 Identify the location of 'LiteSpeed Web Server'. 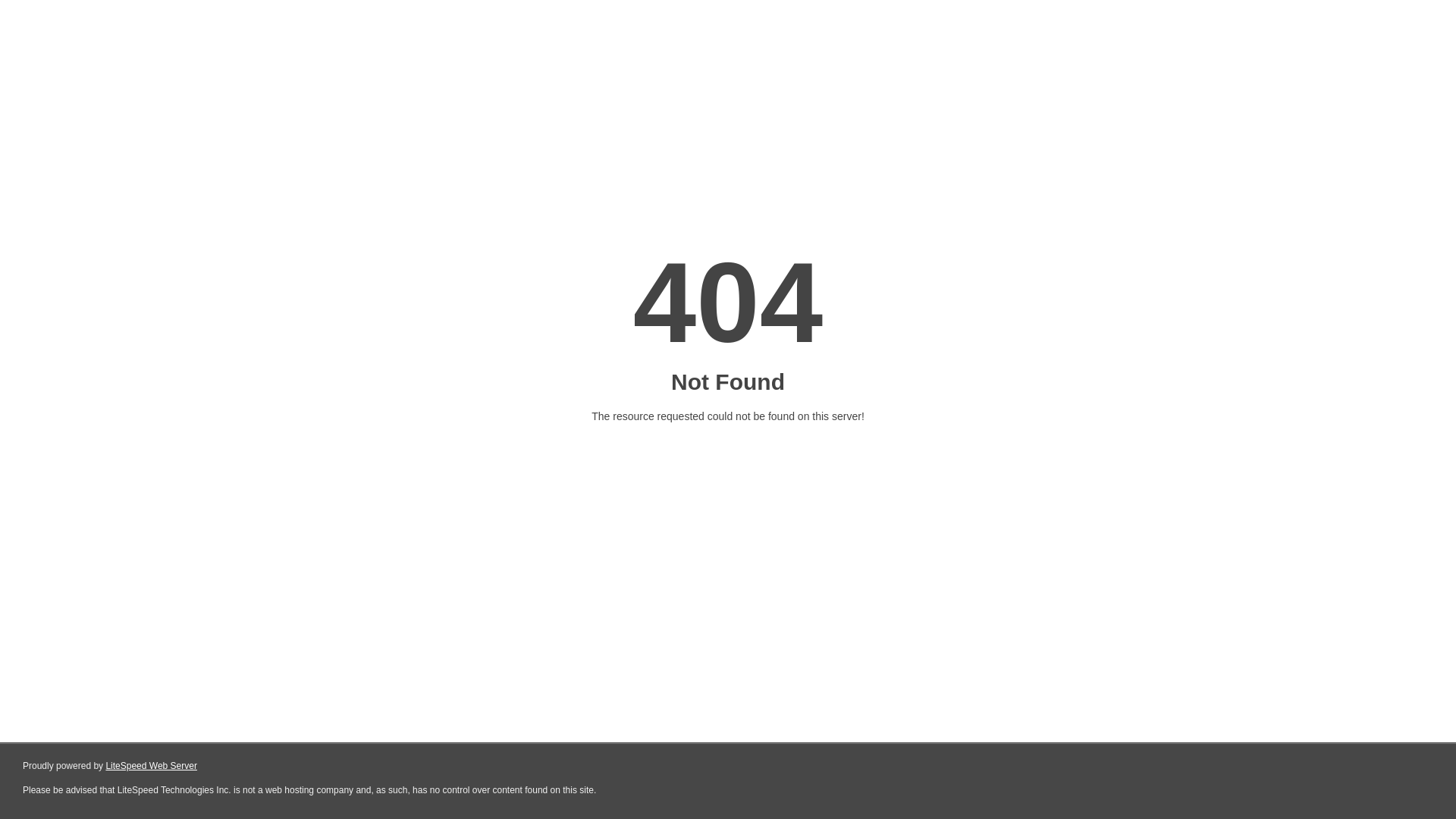
(151, 766).